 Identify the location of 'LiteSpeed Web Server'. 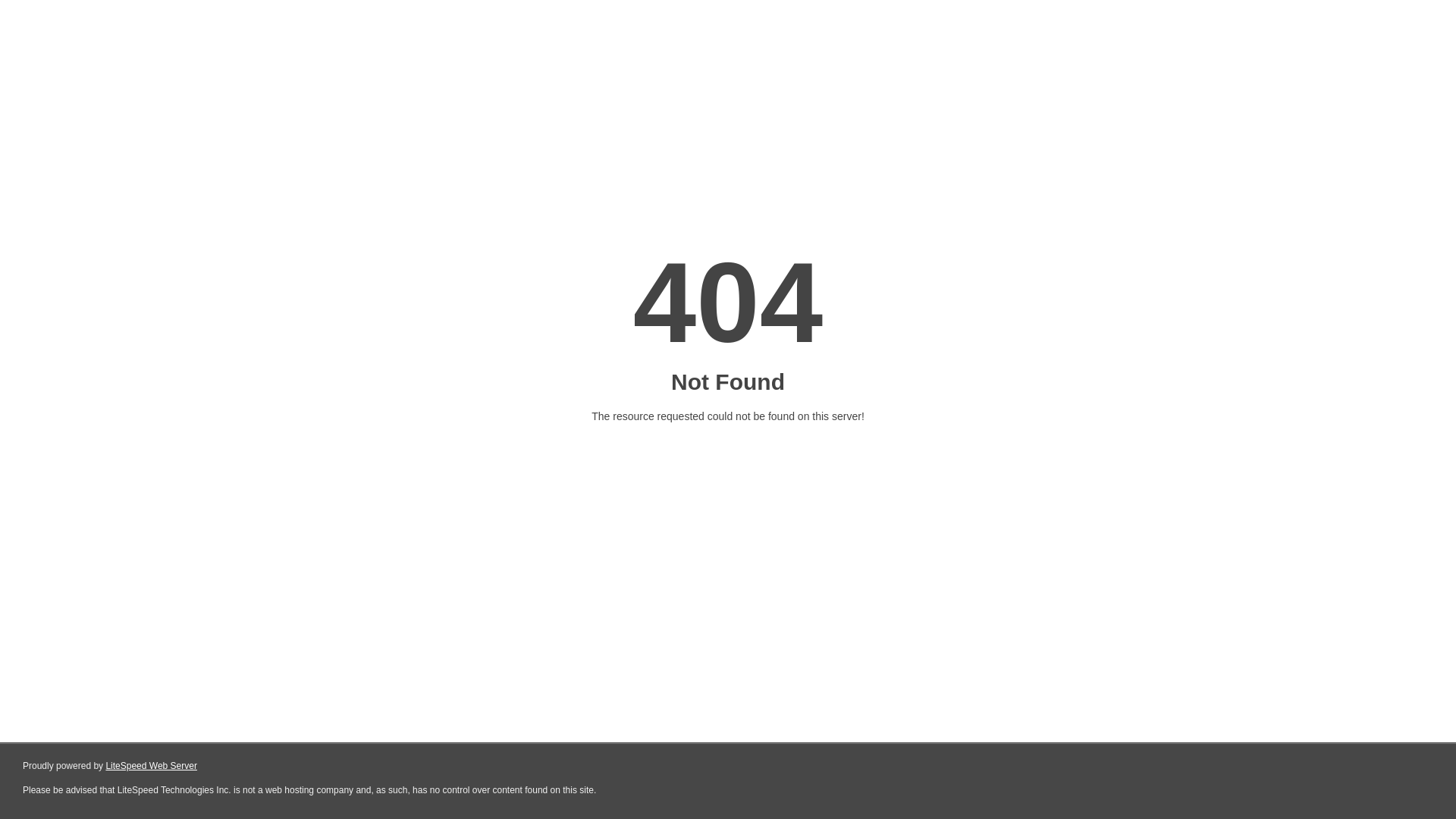
(151, 766).